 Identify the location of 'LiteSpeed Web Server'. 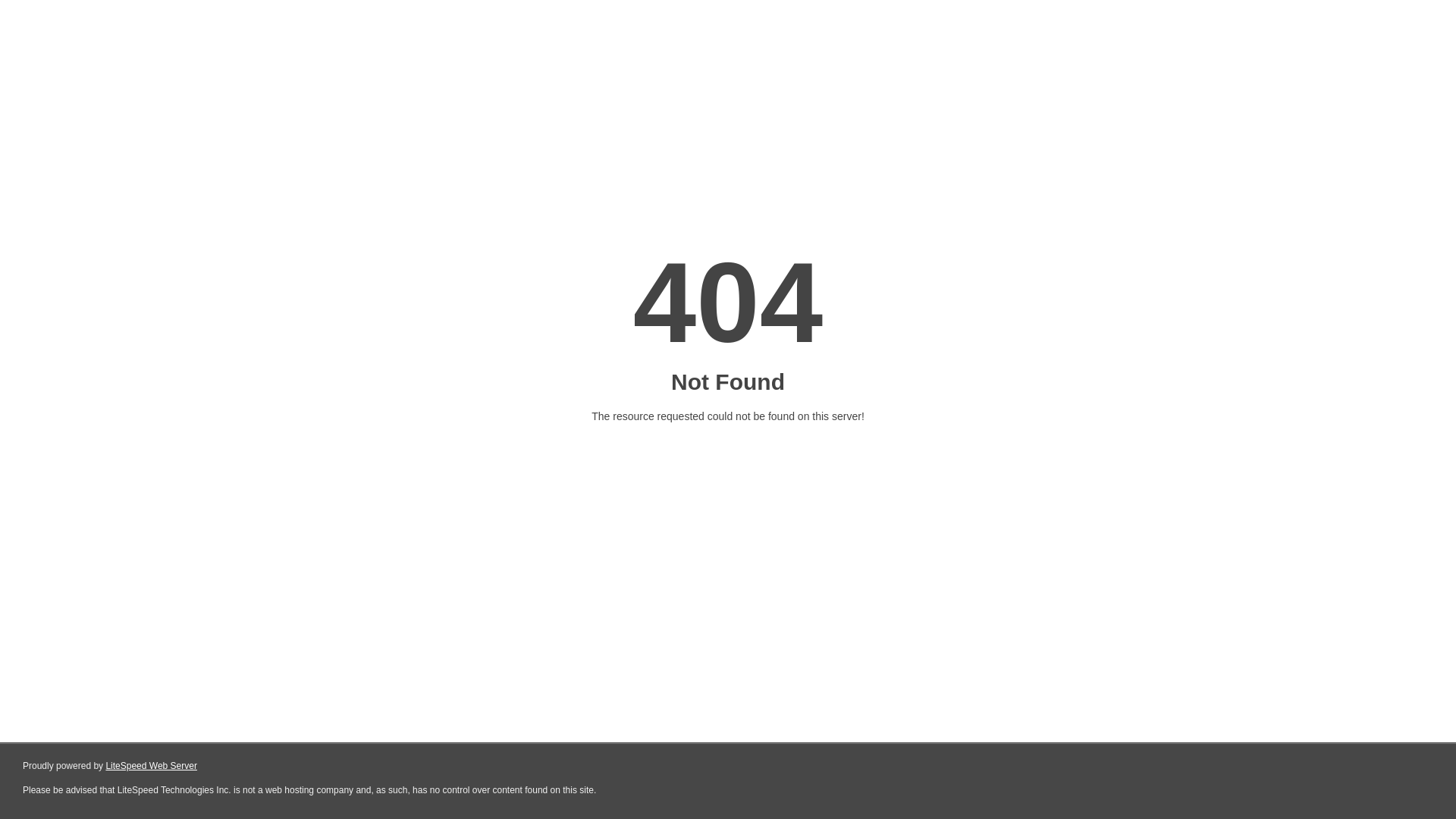
(151, 766).